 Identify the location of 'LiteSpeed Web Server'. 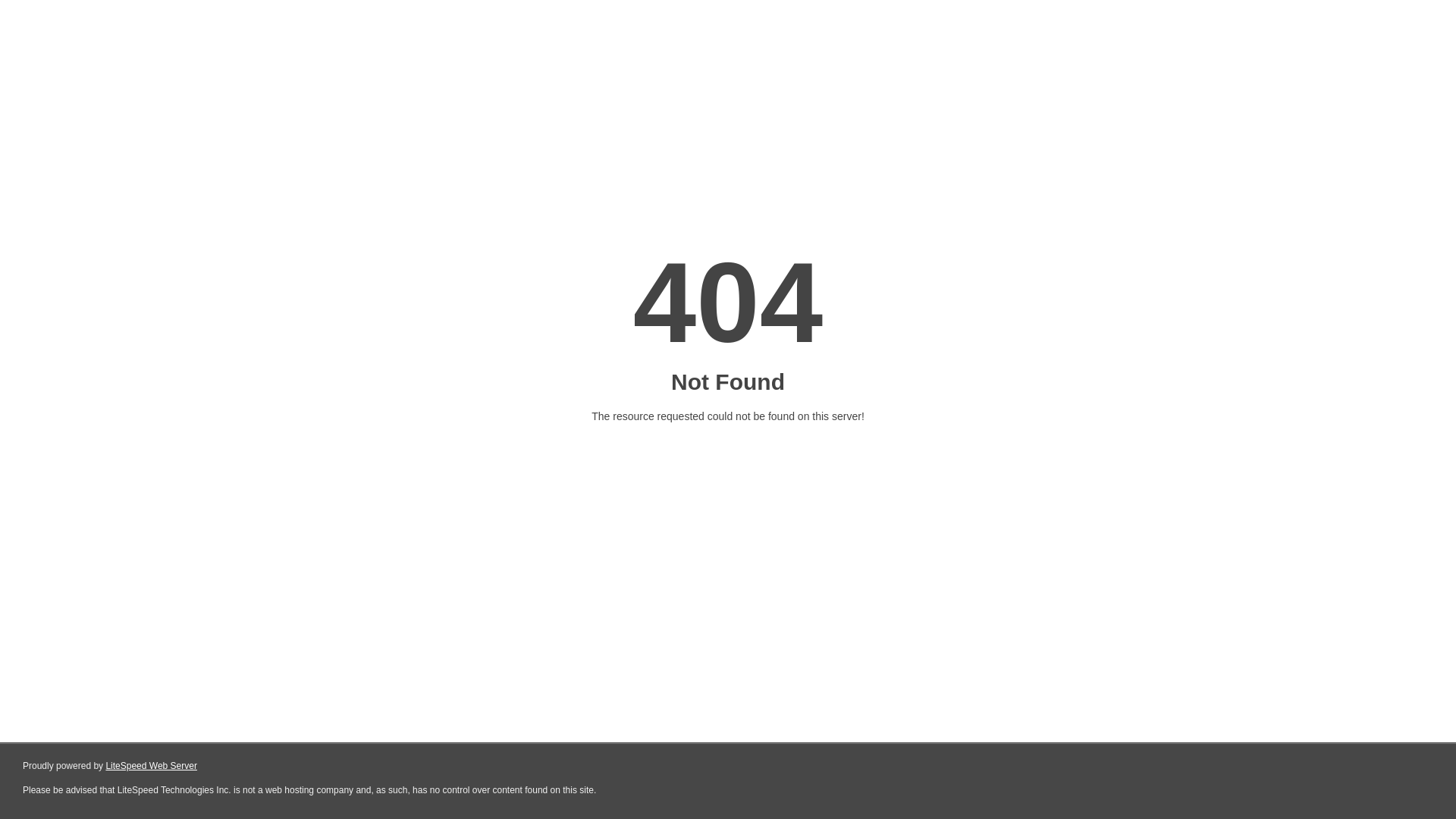
(151, 766).